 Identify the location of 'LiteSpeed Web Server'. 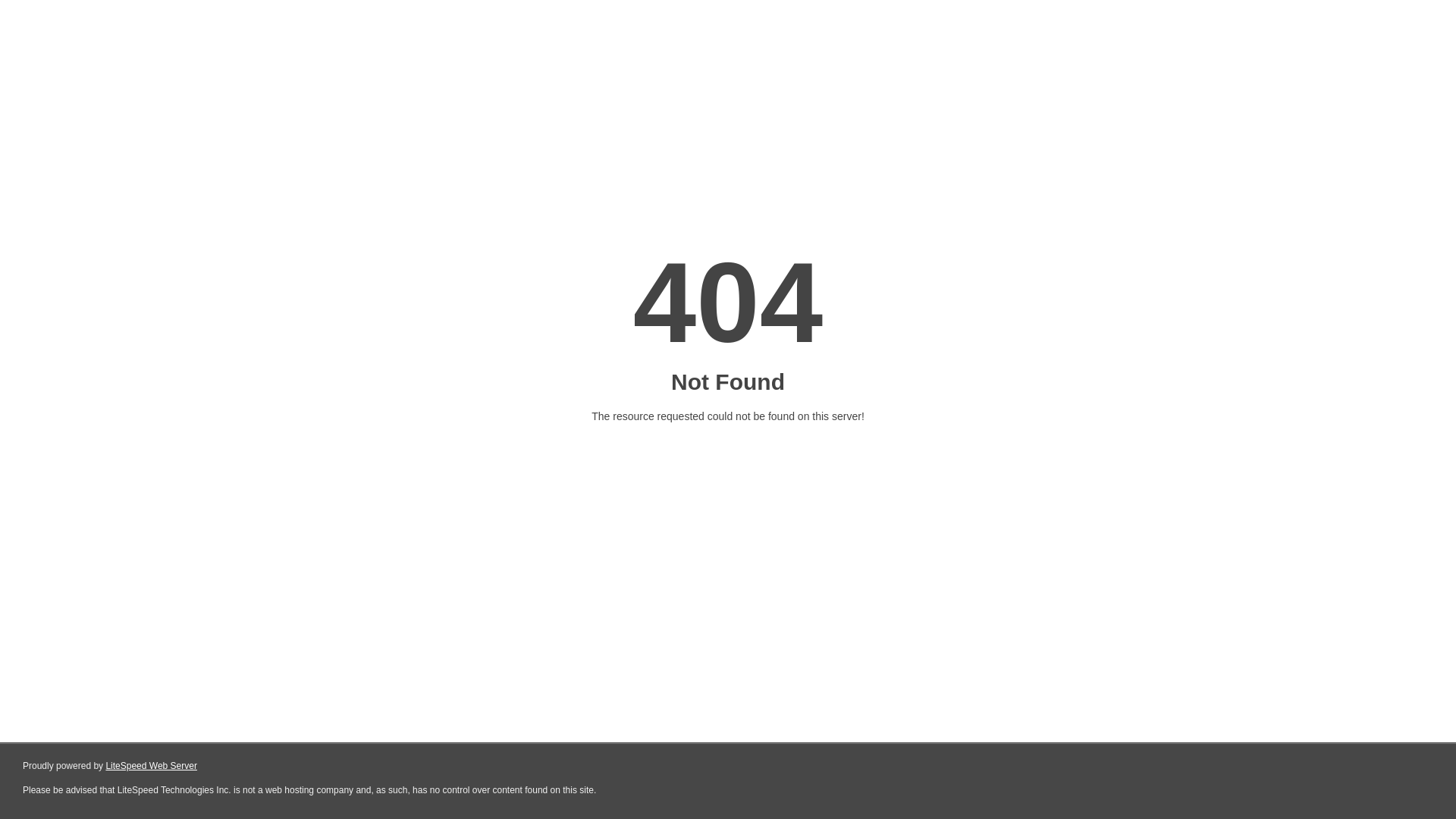
(151, 766).